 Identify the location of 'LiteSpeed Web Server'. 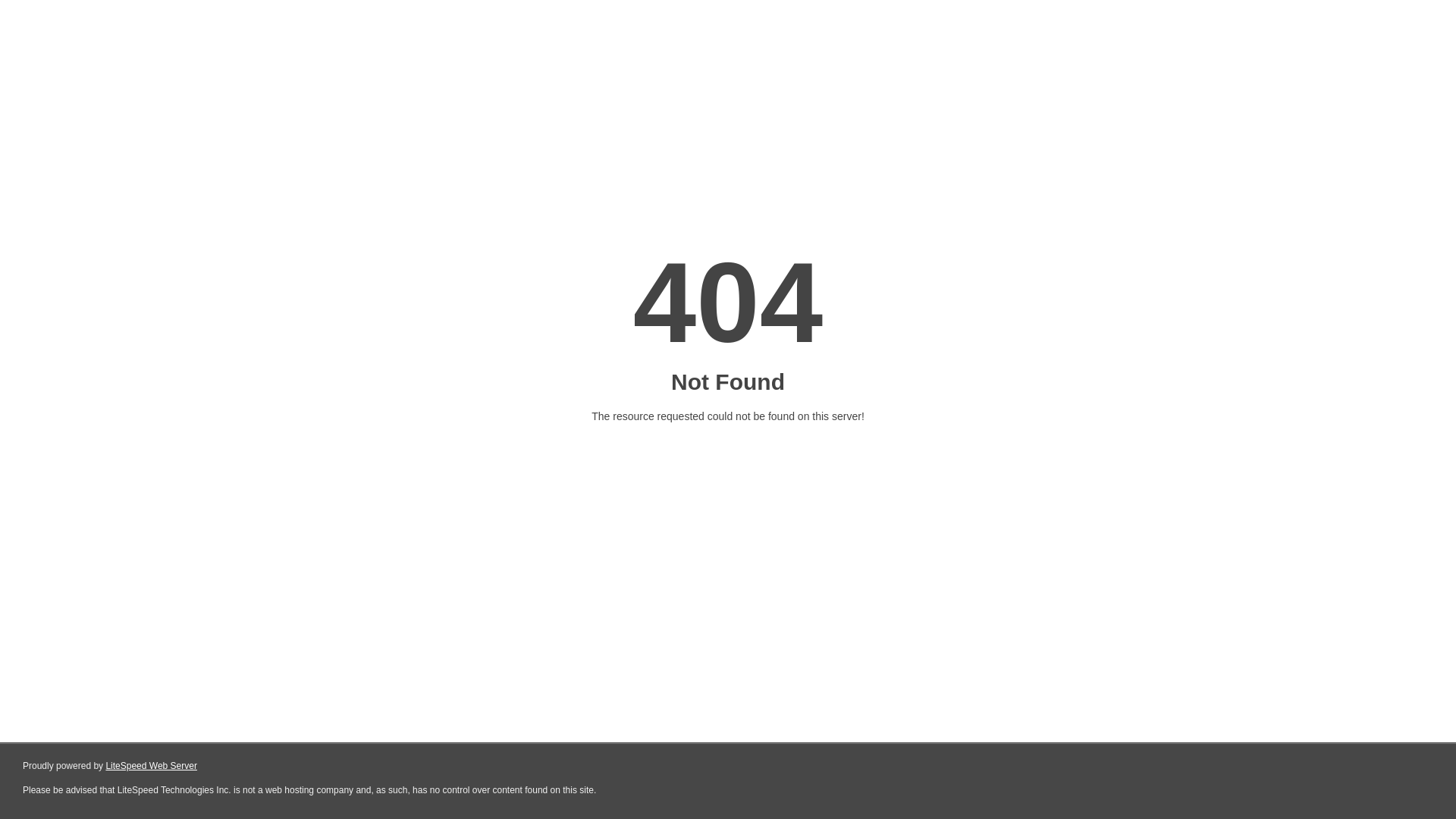
(151, 766).